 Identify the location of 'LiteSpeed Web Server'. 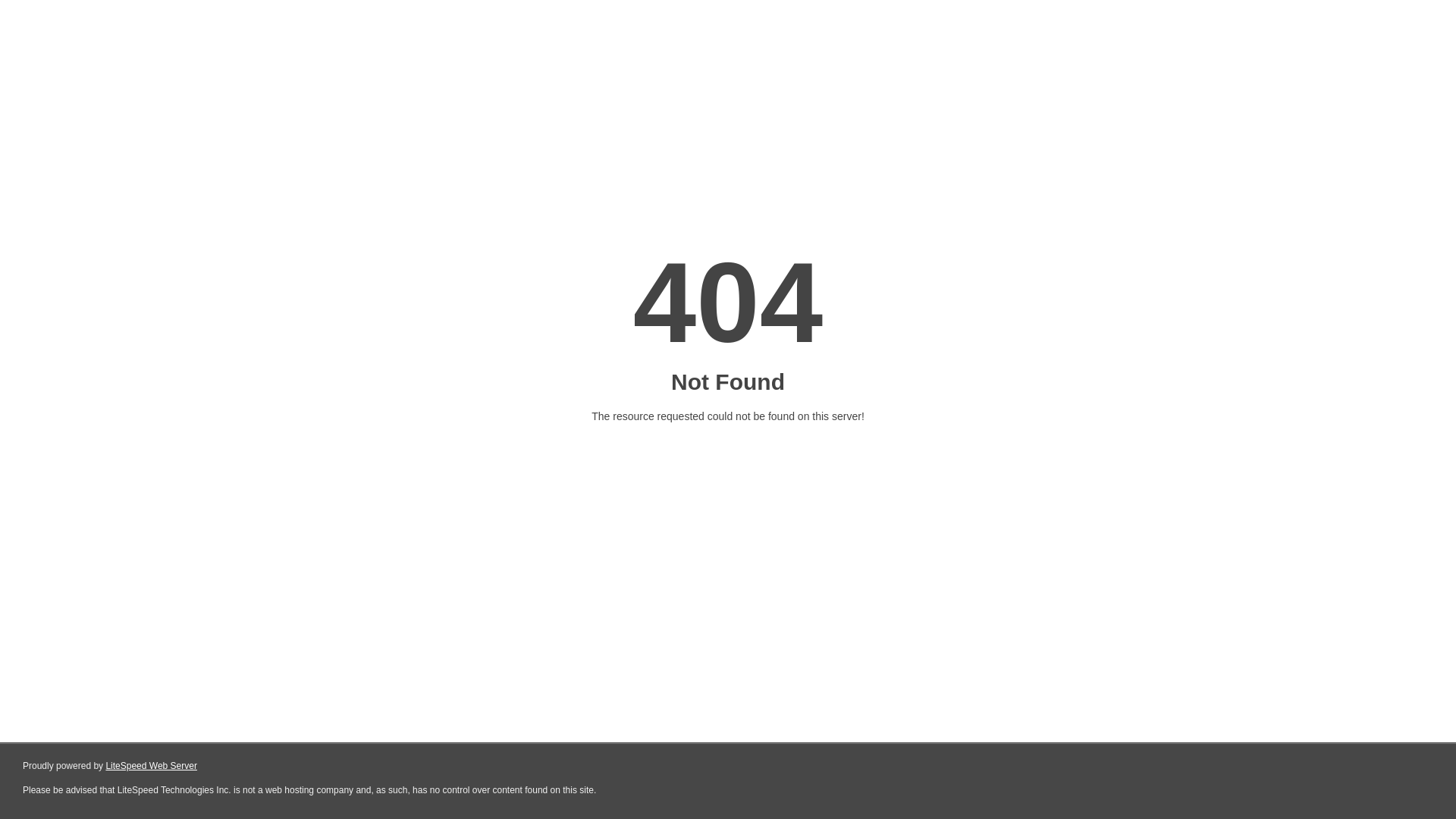
(151, 766).